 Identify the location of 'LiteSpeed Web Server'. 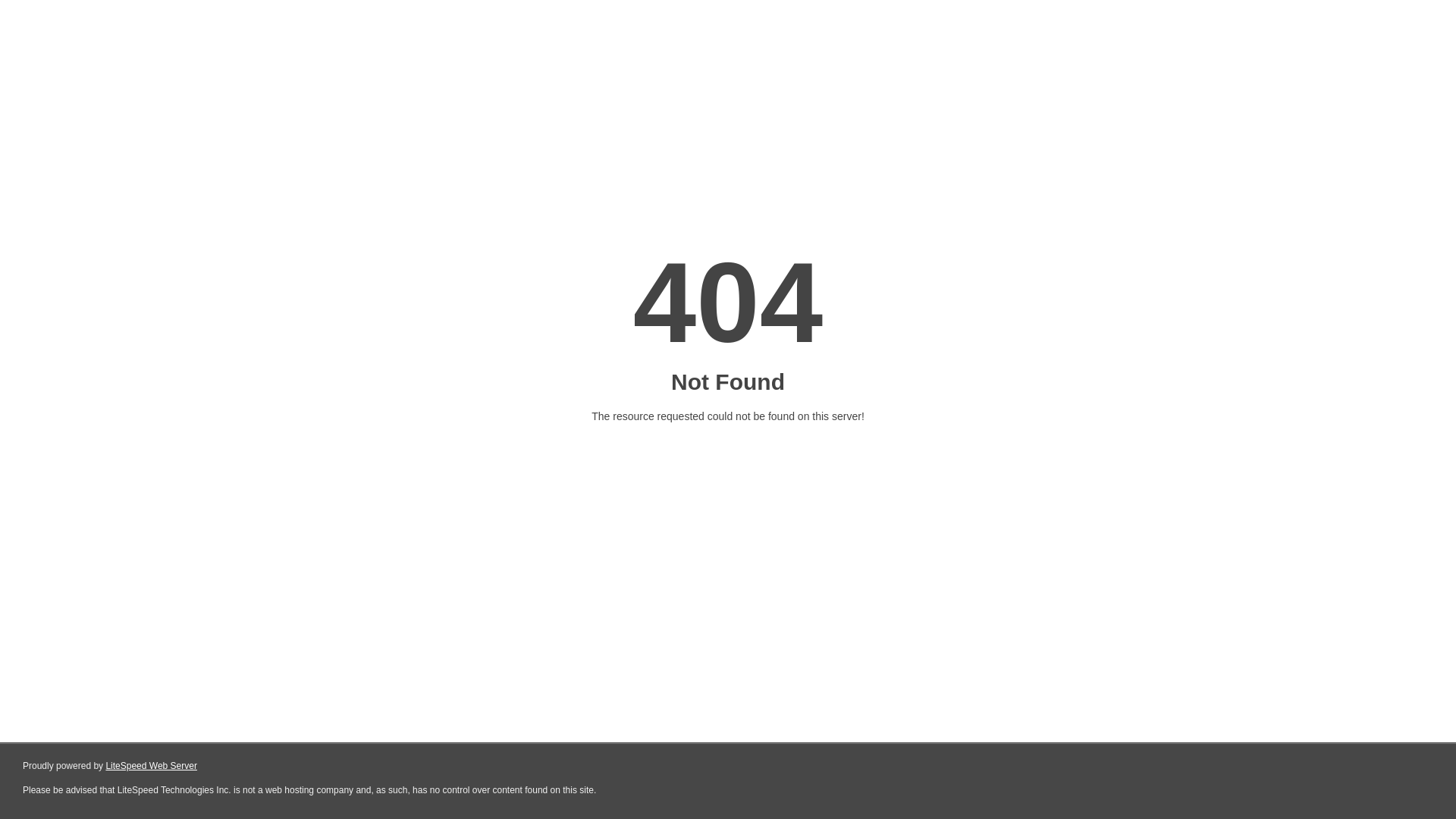
(151, 766).